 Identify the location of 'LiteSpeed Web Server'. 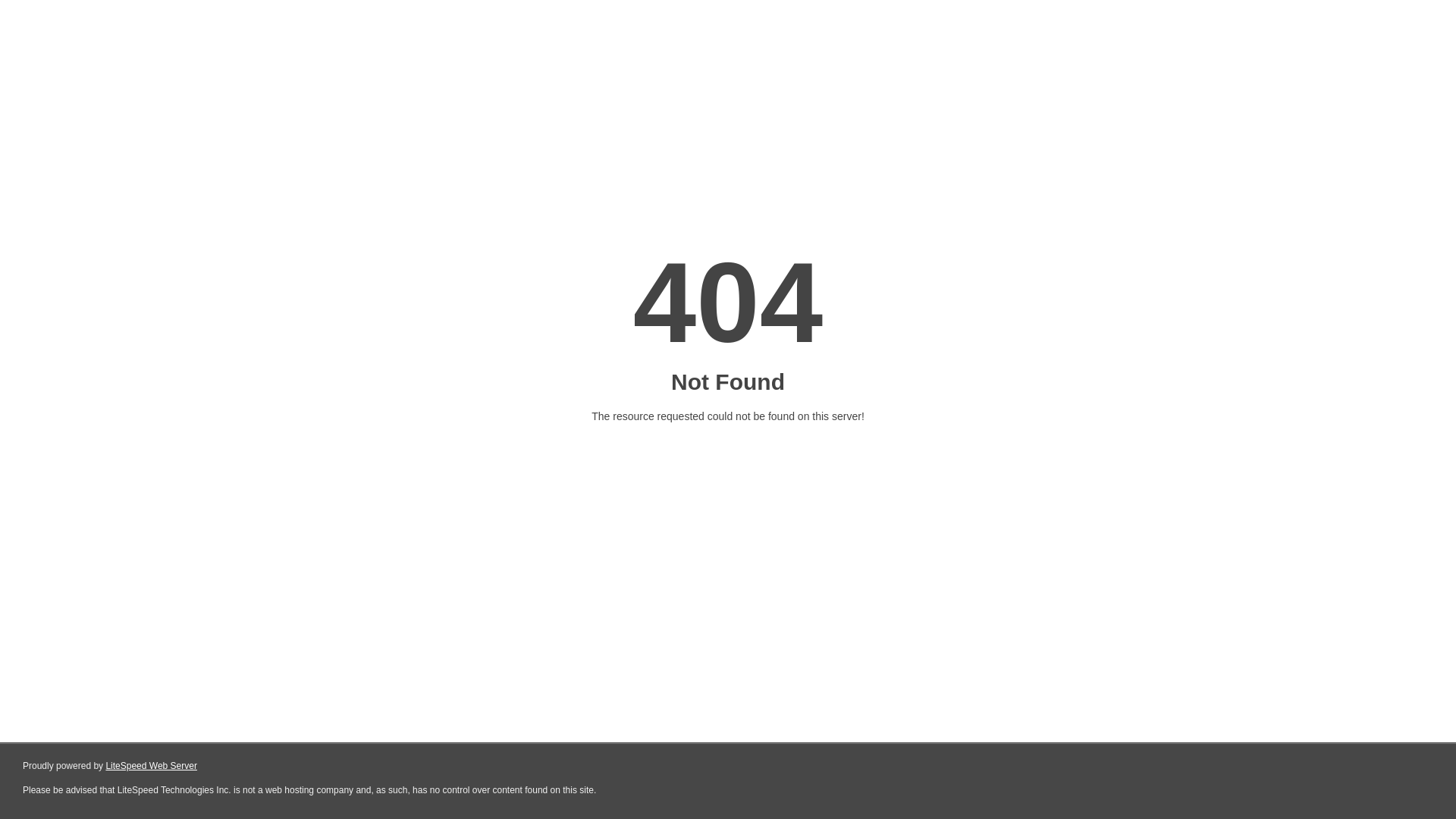
(151, 766).